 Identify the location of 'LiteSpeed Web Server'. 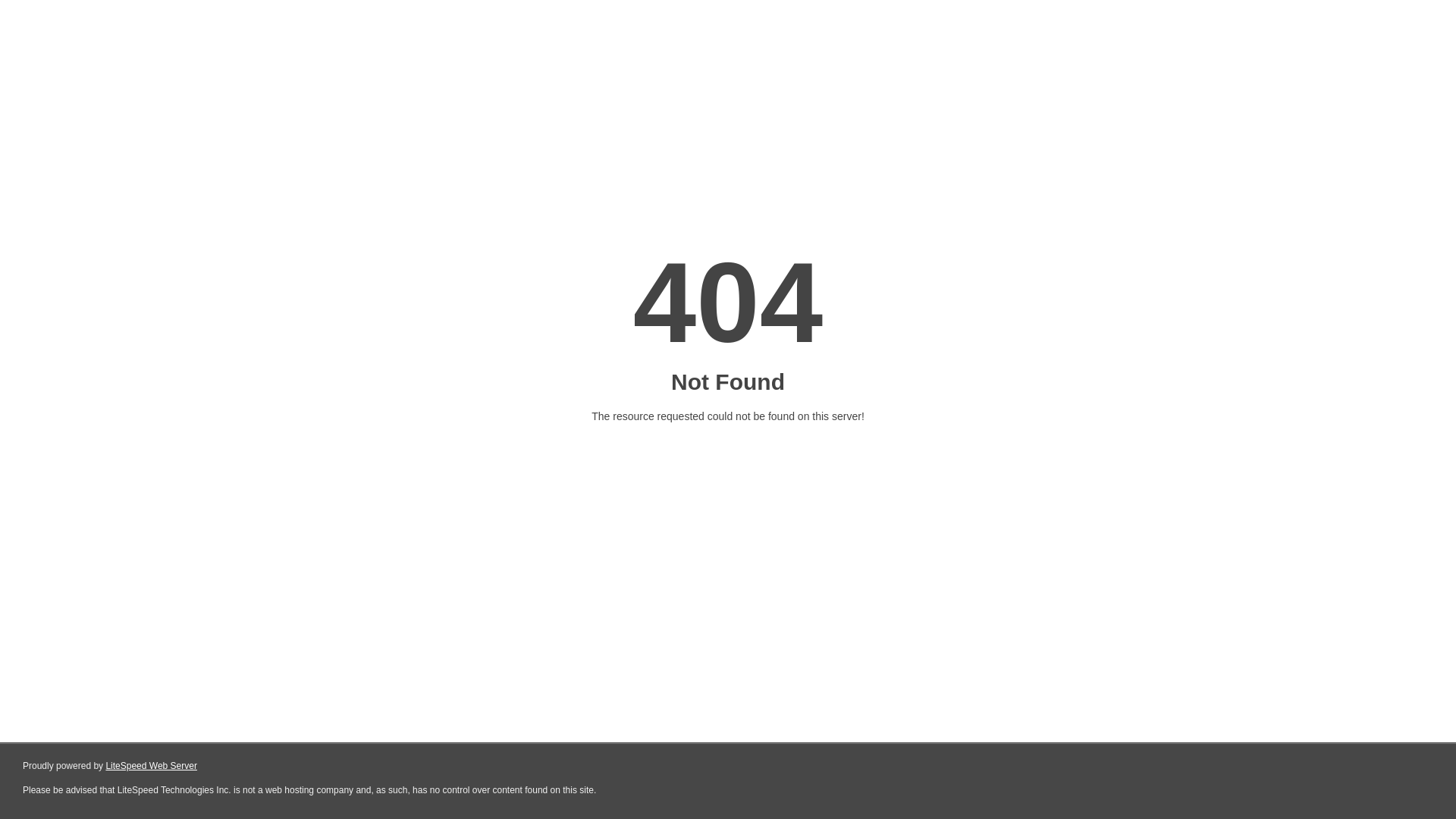
(151, 766).